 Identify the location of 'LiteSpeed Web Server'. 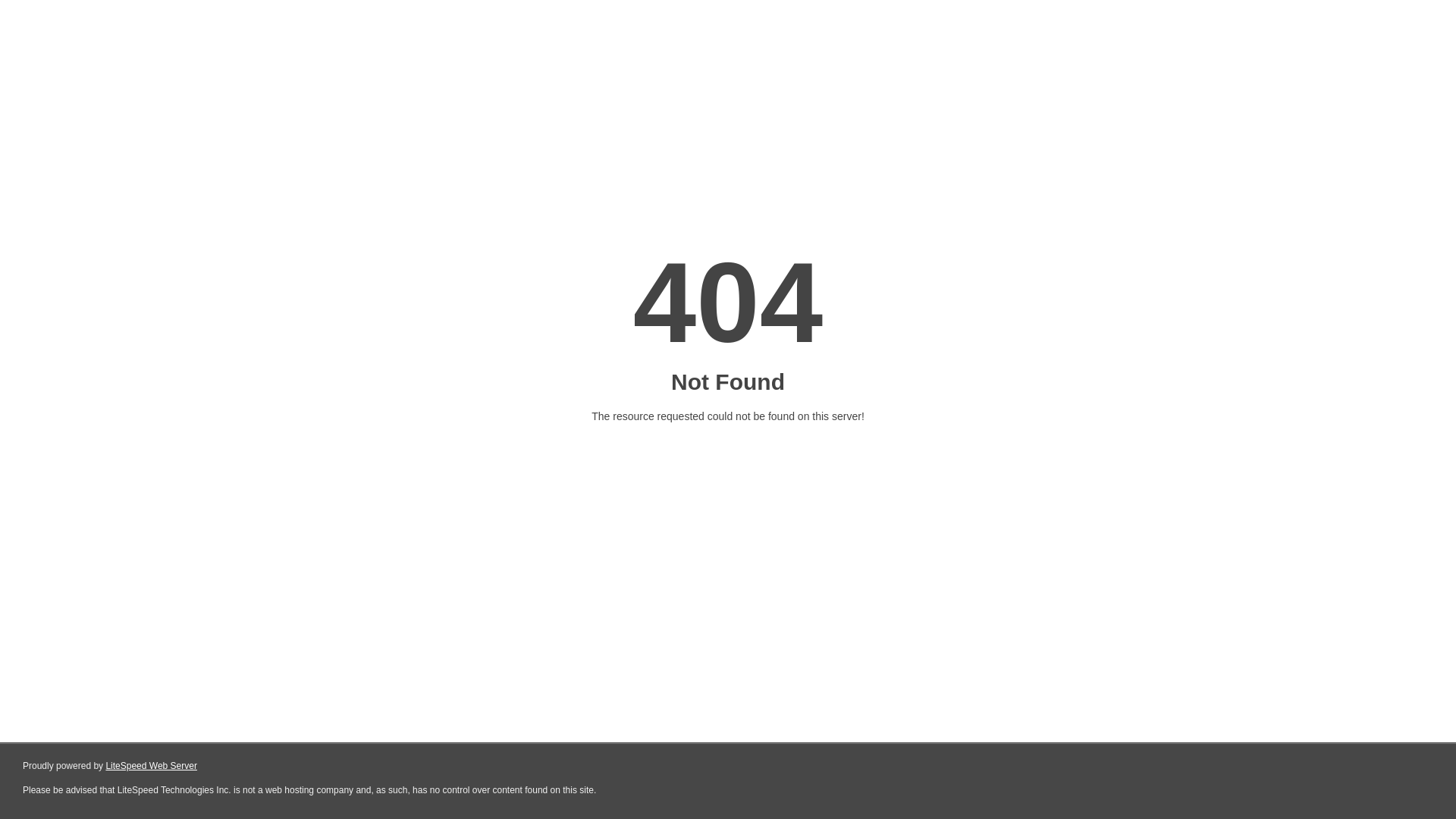
(151, 766).